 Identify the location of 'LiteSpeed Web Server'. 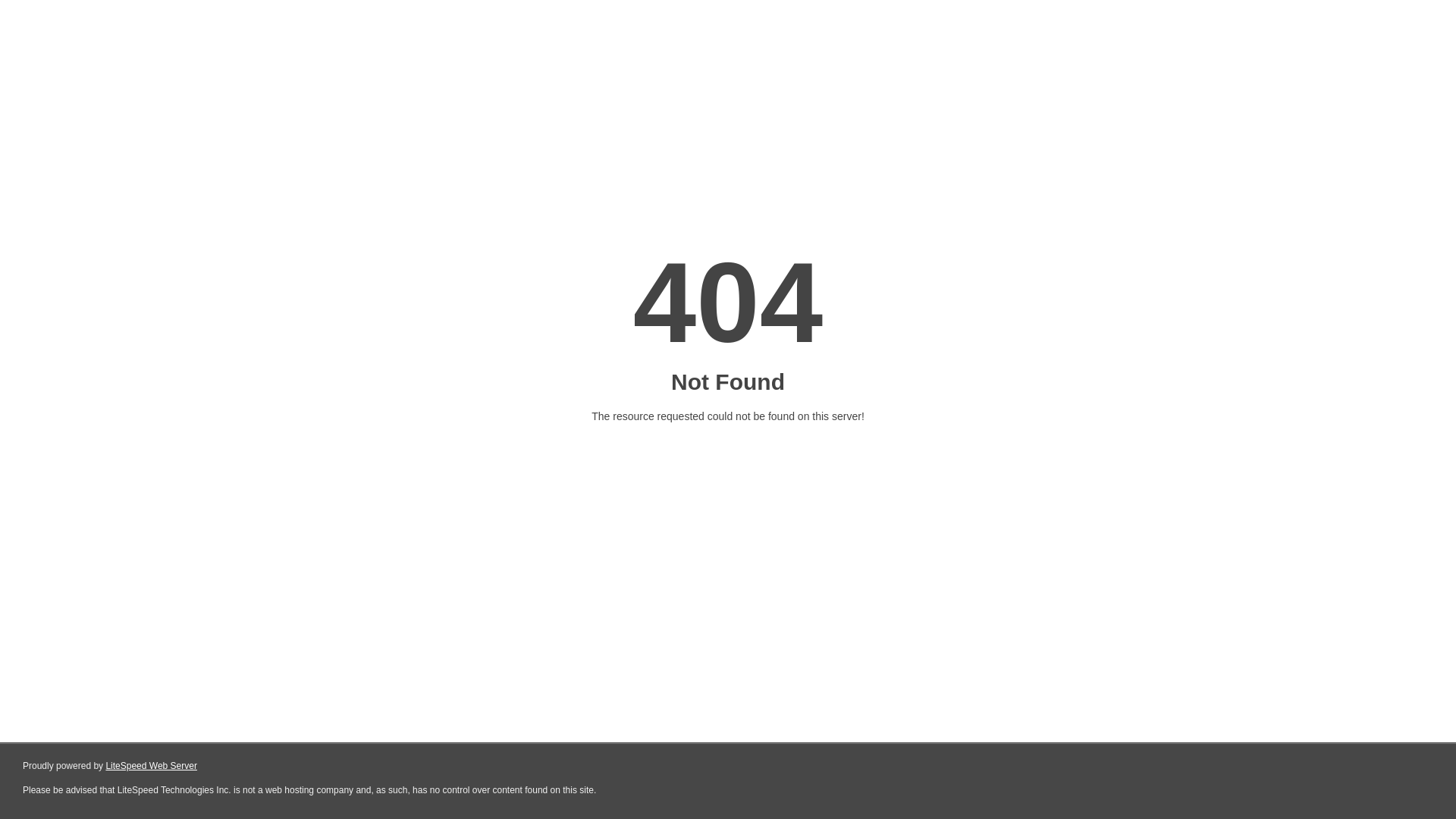
(151, 766).